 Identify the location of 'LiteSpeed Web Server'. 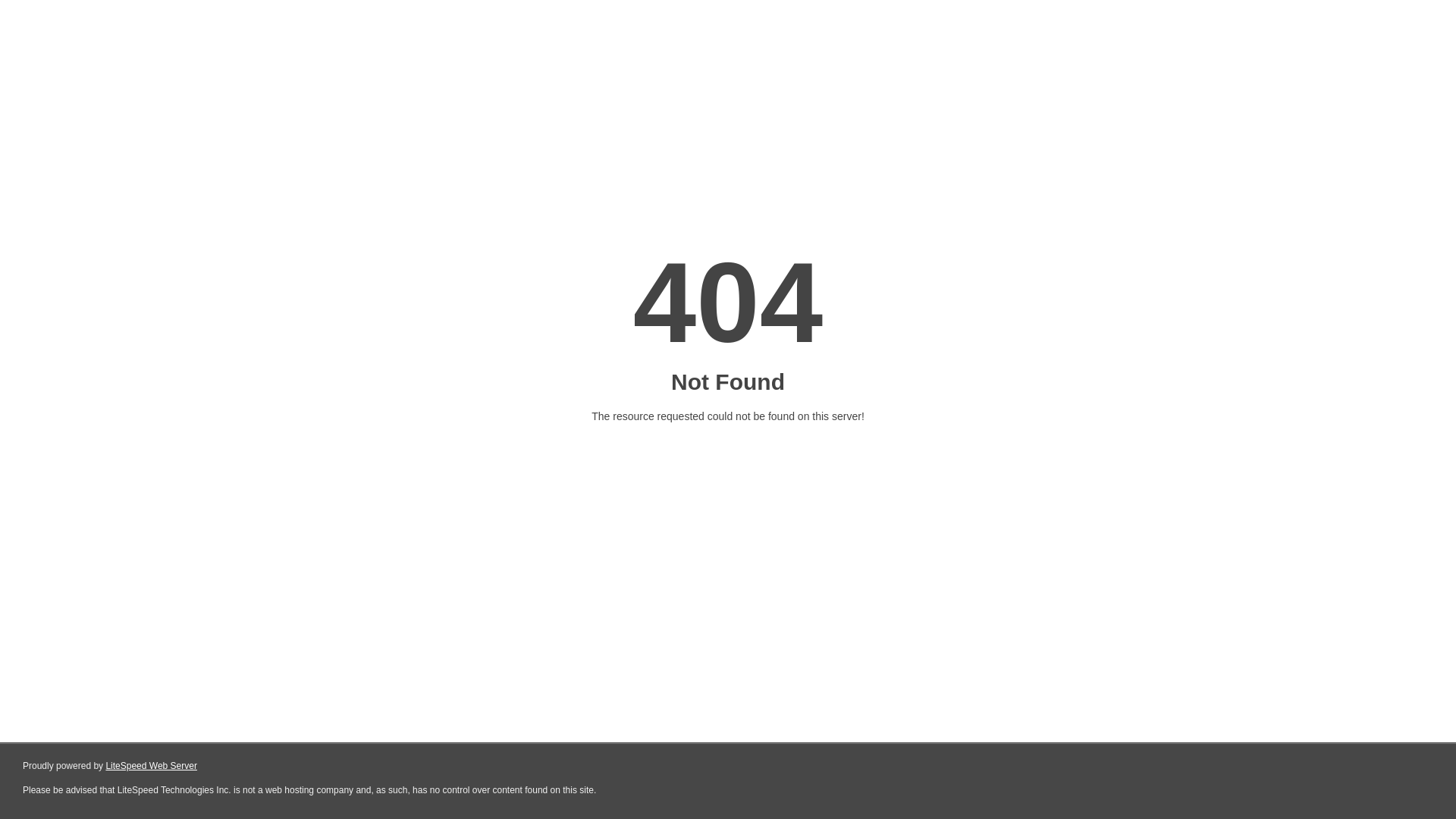
(151, 766).